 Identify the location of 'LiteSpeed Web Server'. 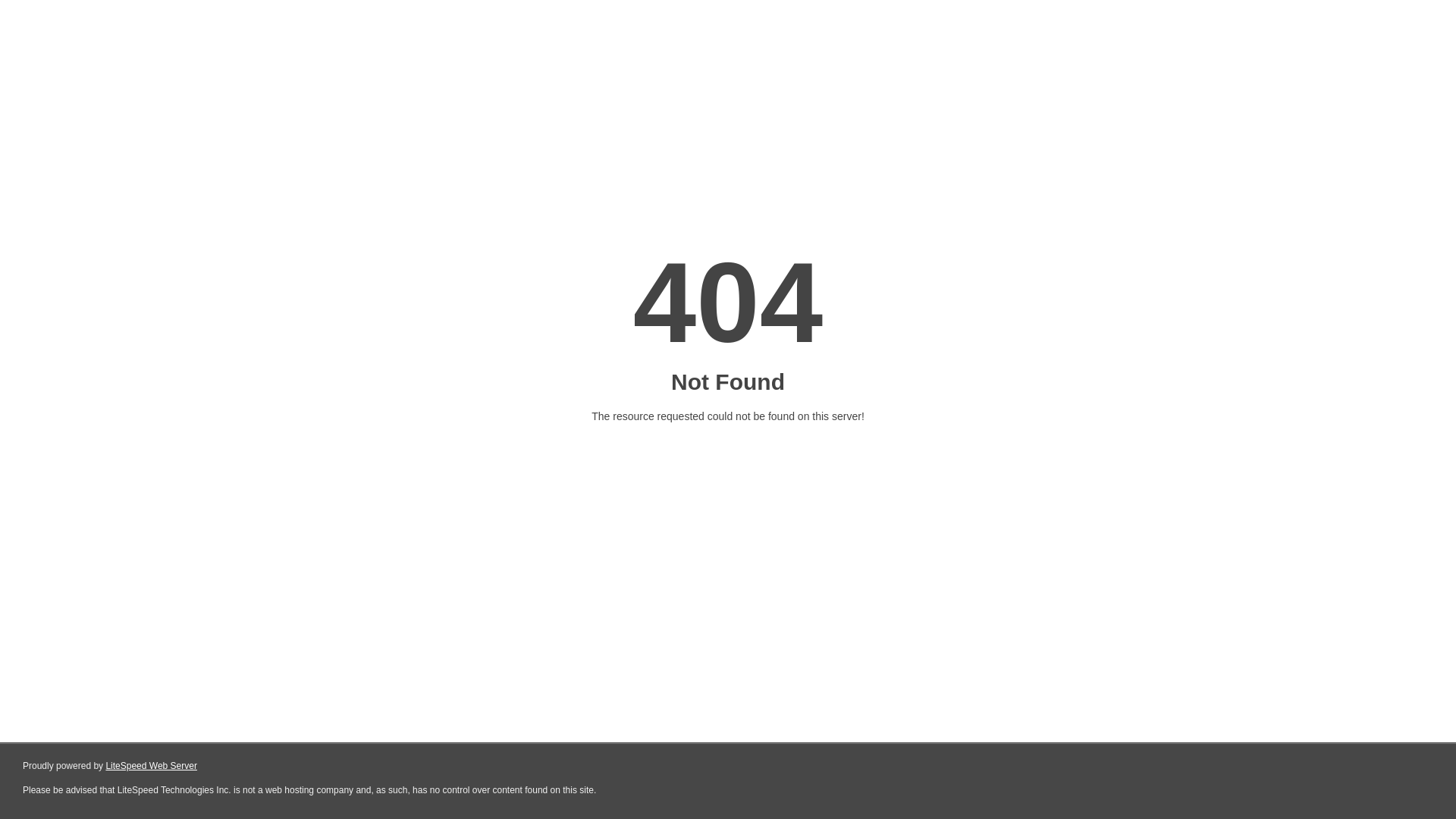
(151, 766).